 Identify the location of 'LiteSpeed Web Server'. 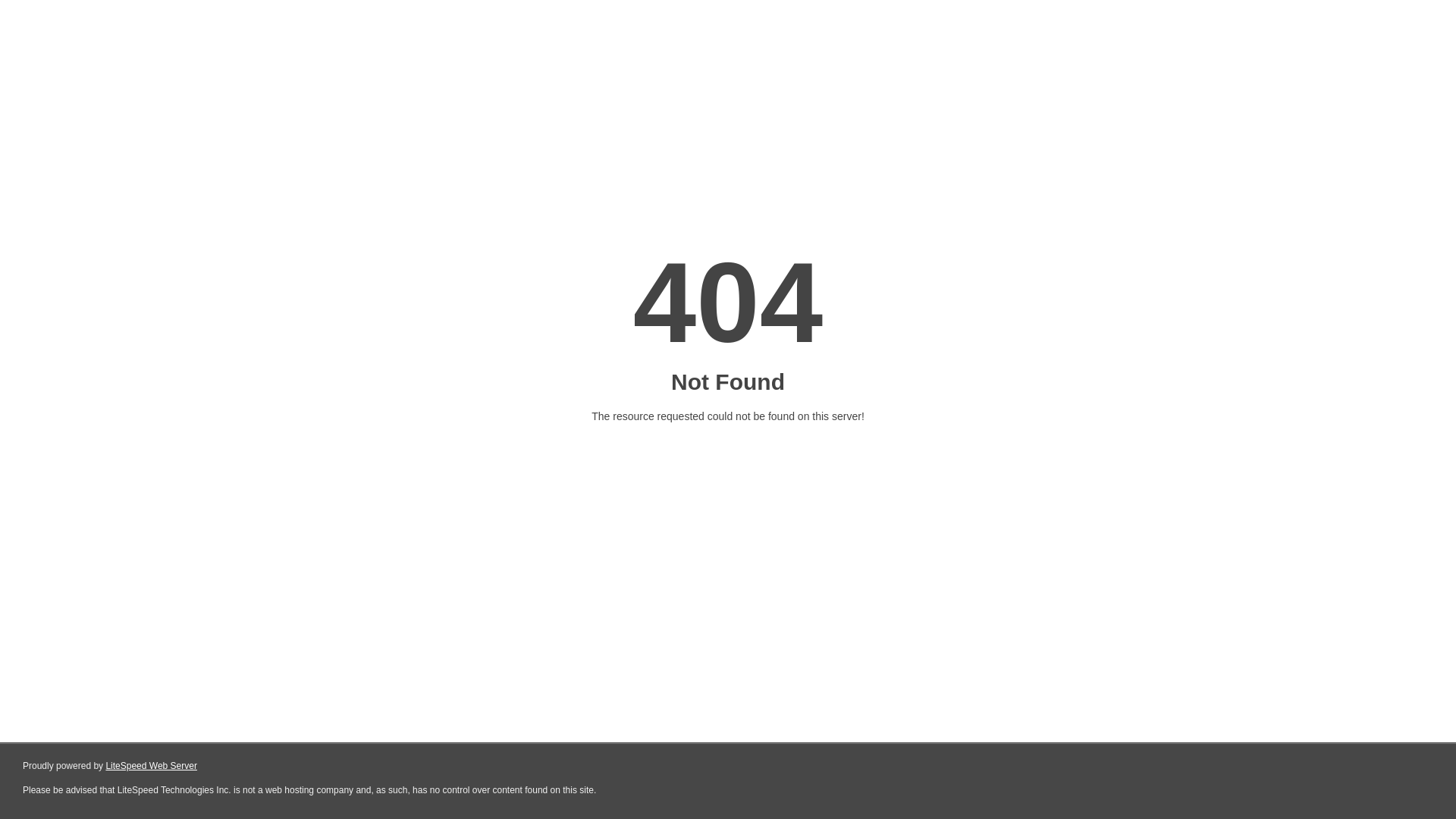
(151, 766).